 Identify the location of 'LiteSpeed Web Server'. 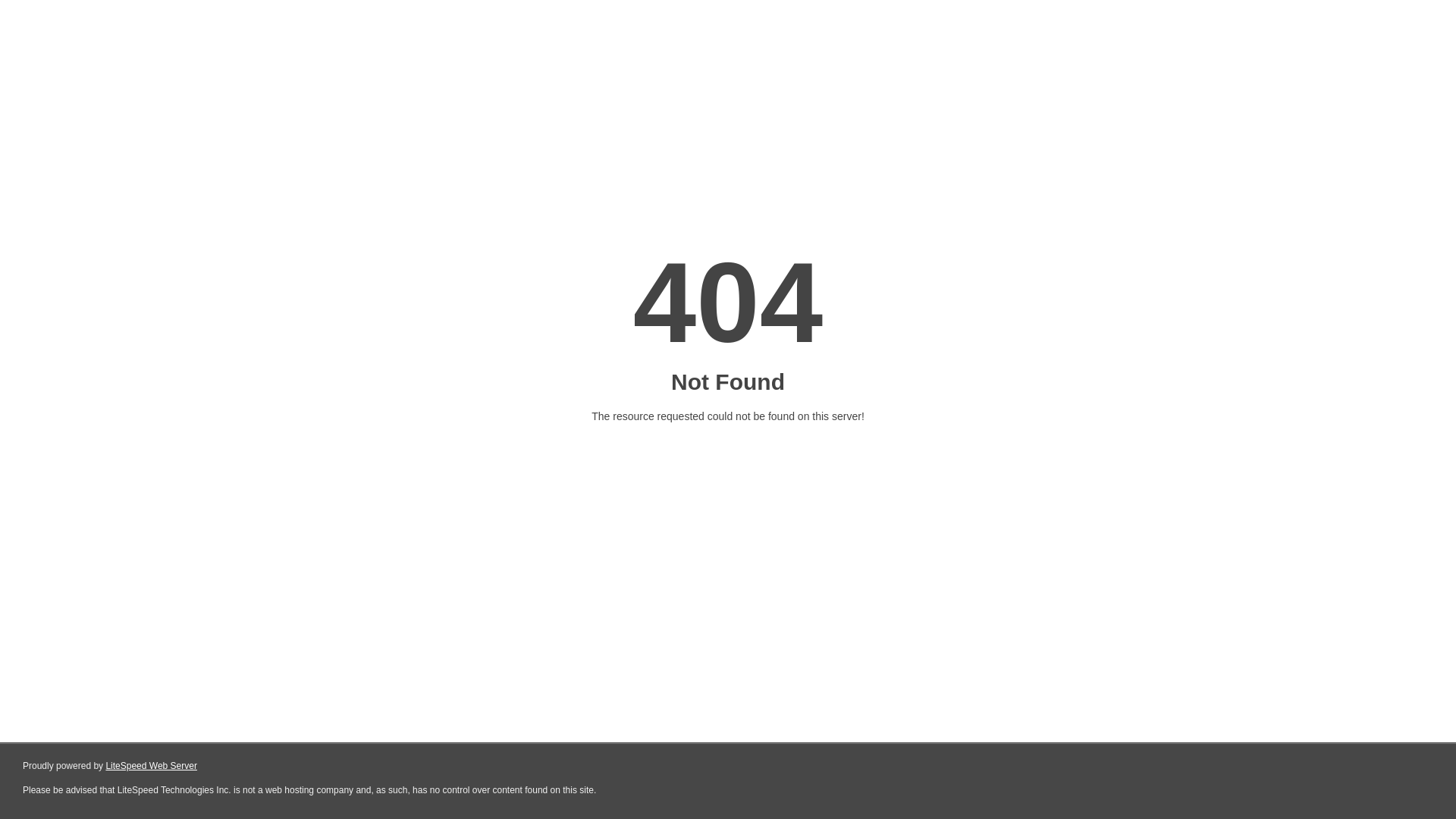
(151, 766).